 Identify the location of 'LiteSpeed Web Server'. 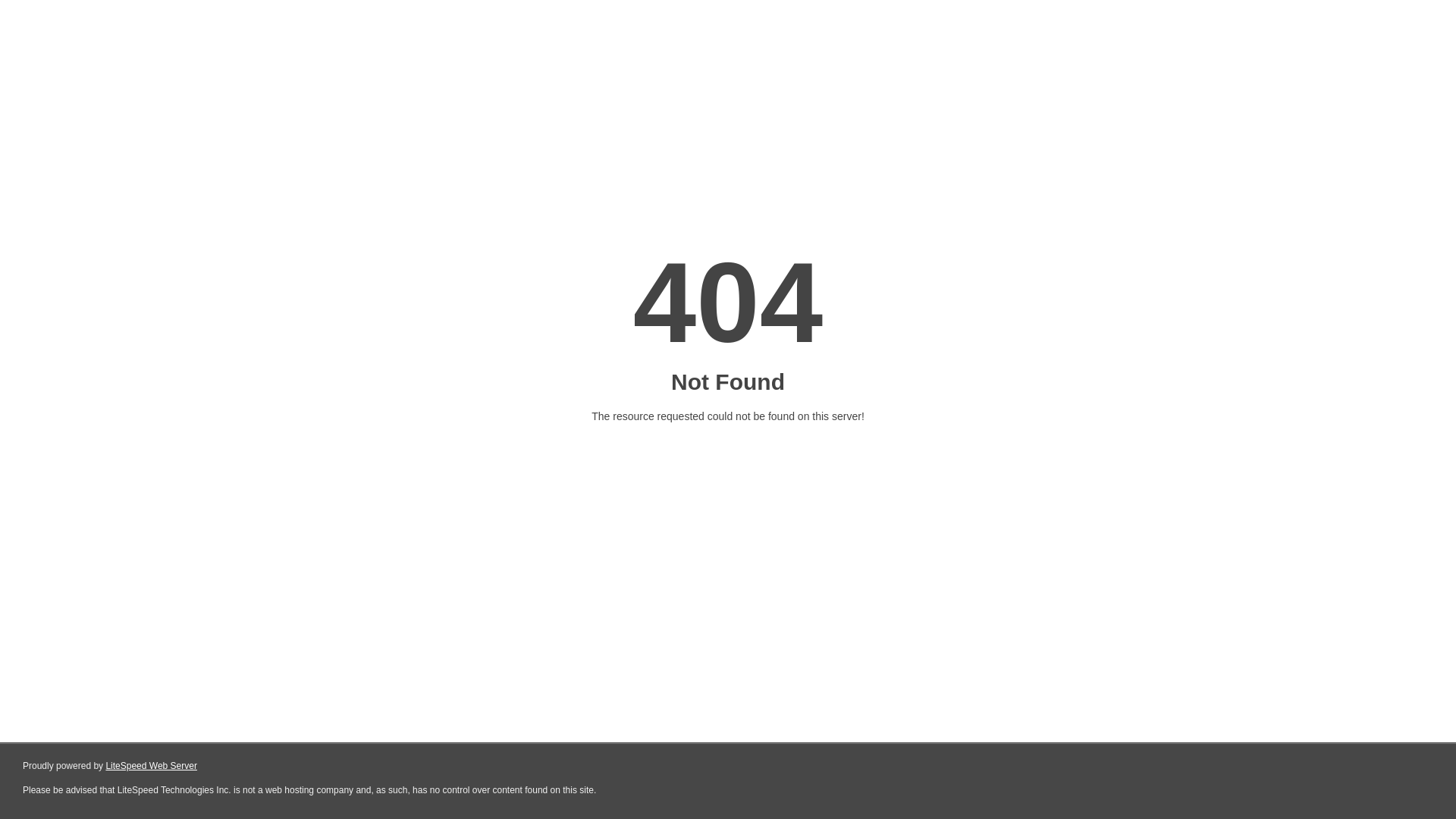
(151, 766).